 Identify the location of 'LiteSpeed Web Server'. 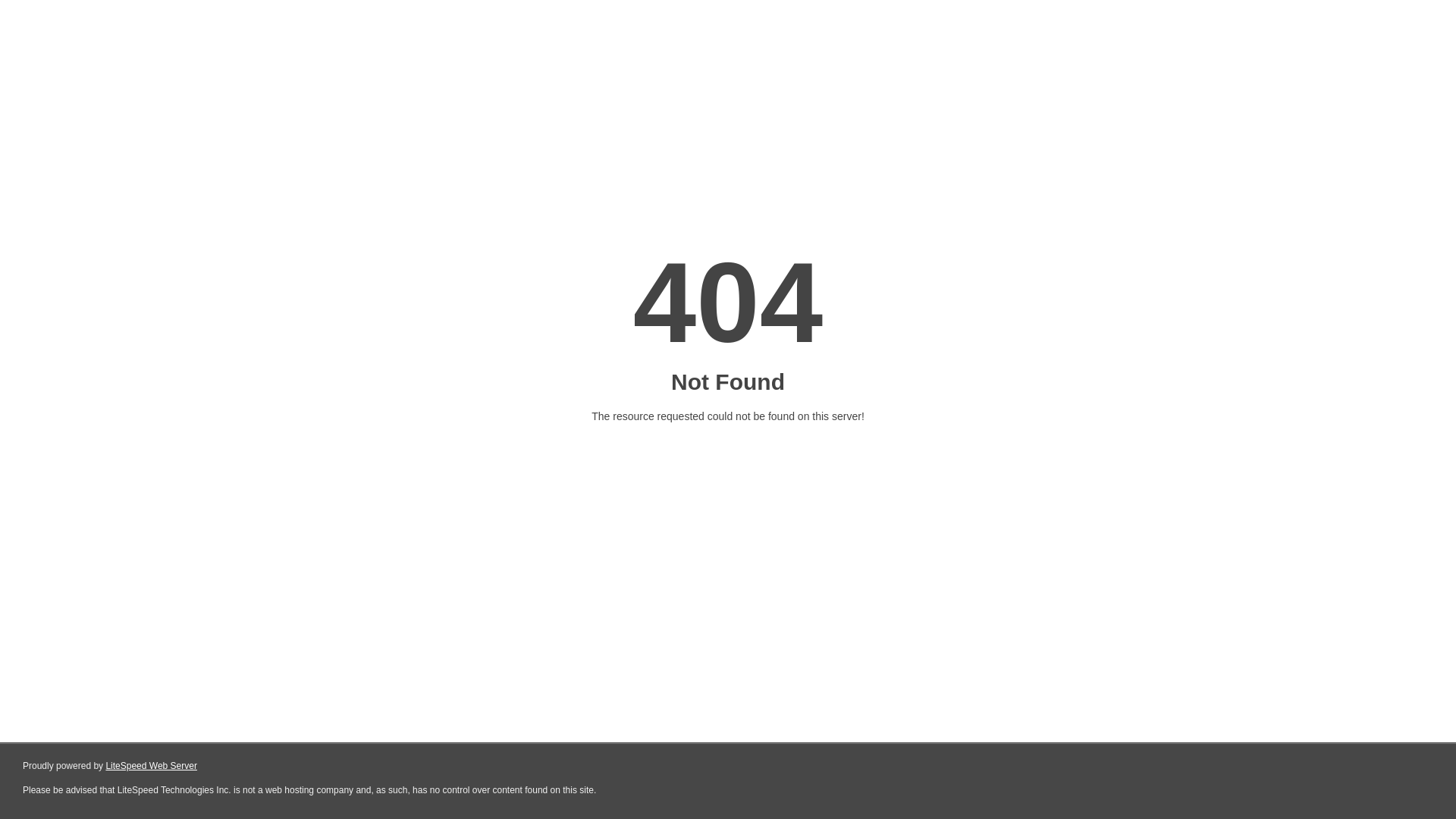
(151, 766).